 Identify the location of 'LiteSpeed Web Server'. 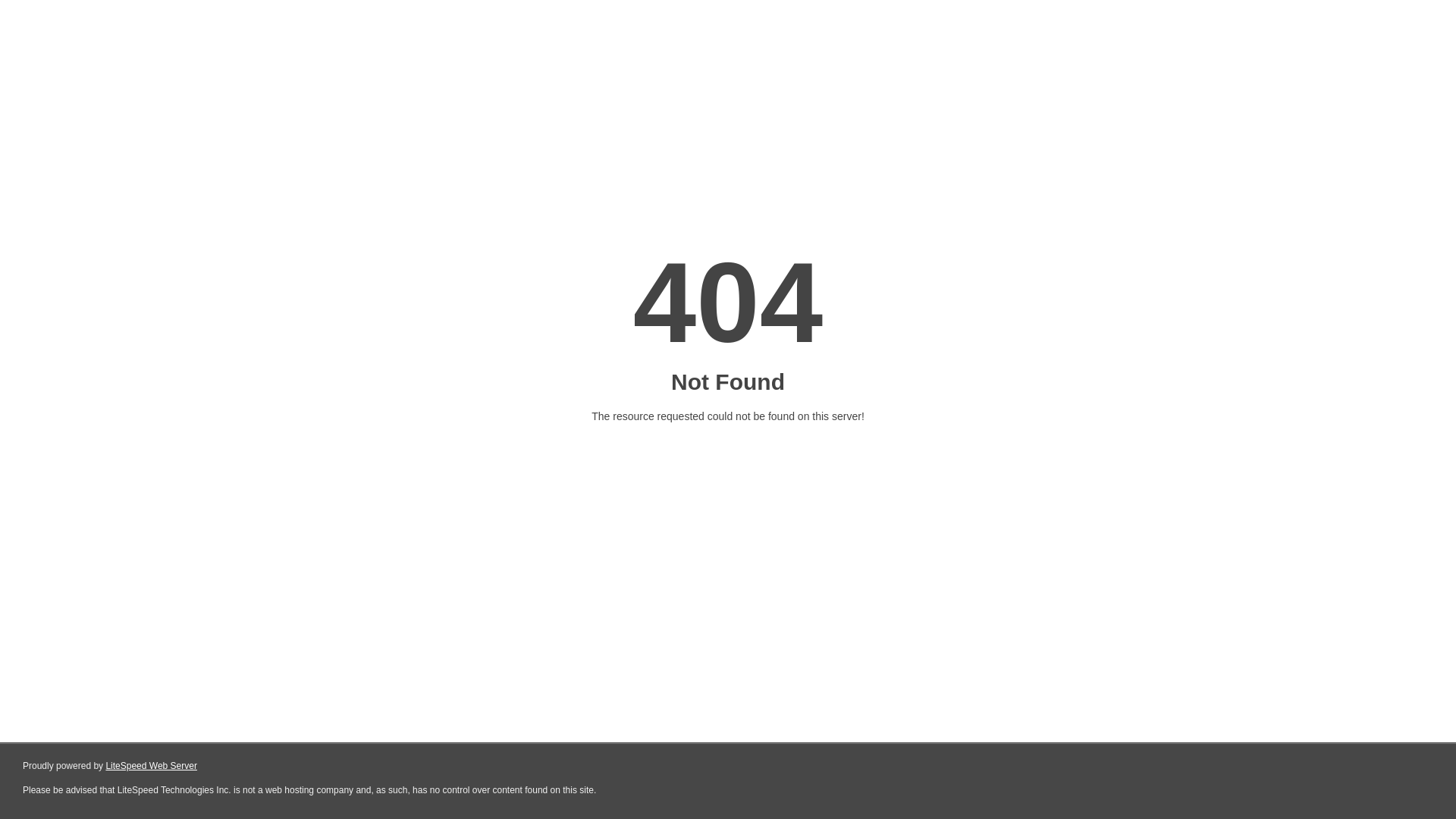
(151, 766).